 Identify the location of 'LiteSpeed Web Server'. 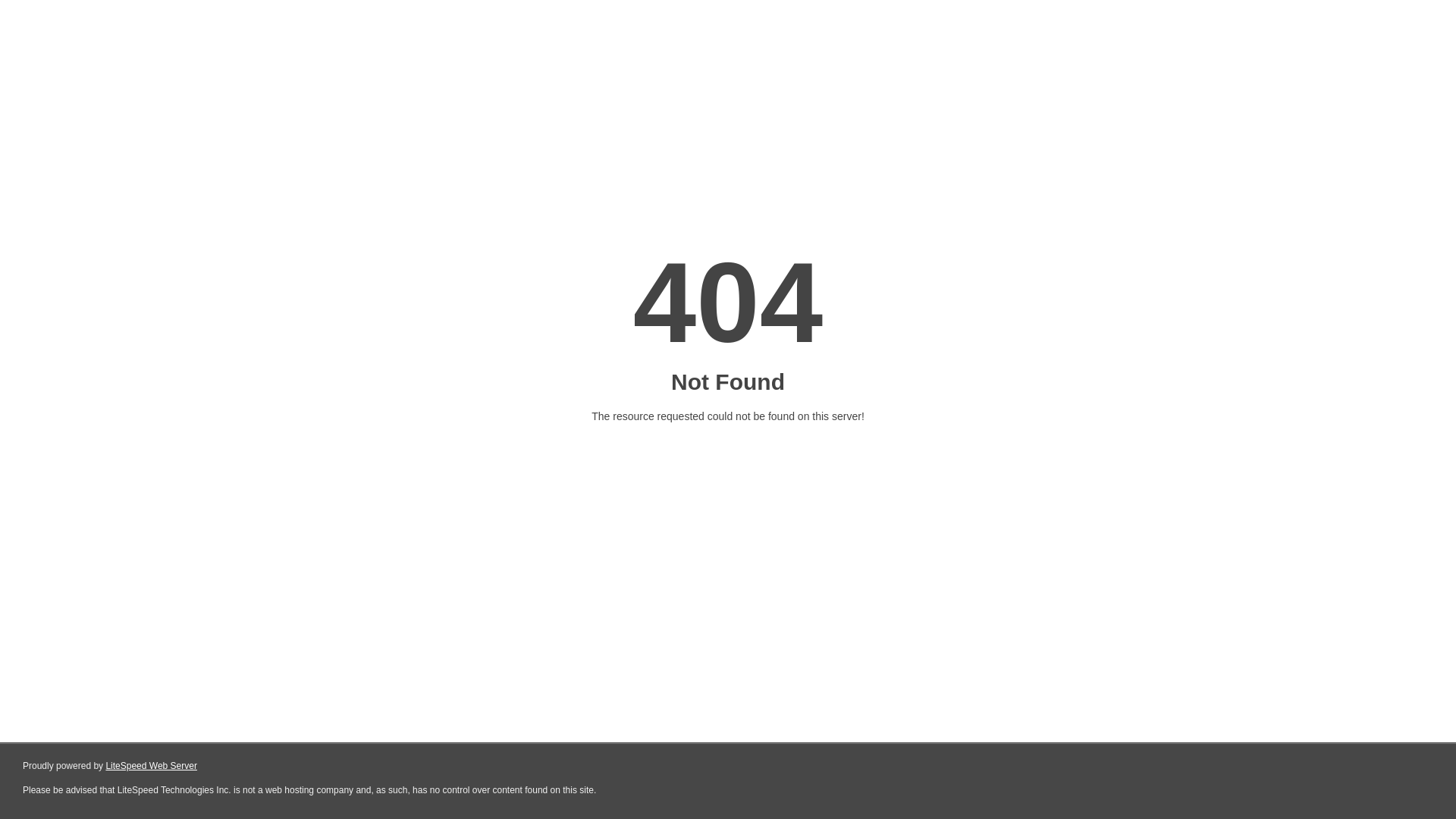
(151, 766).